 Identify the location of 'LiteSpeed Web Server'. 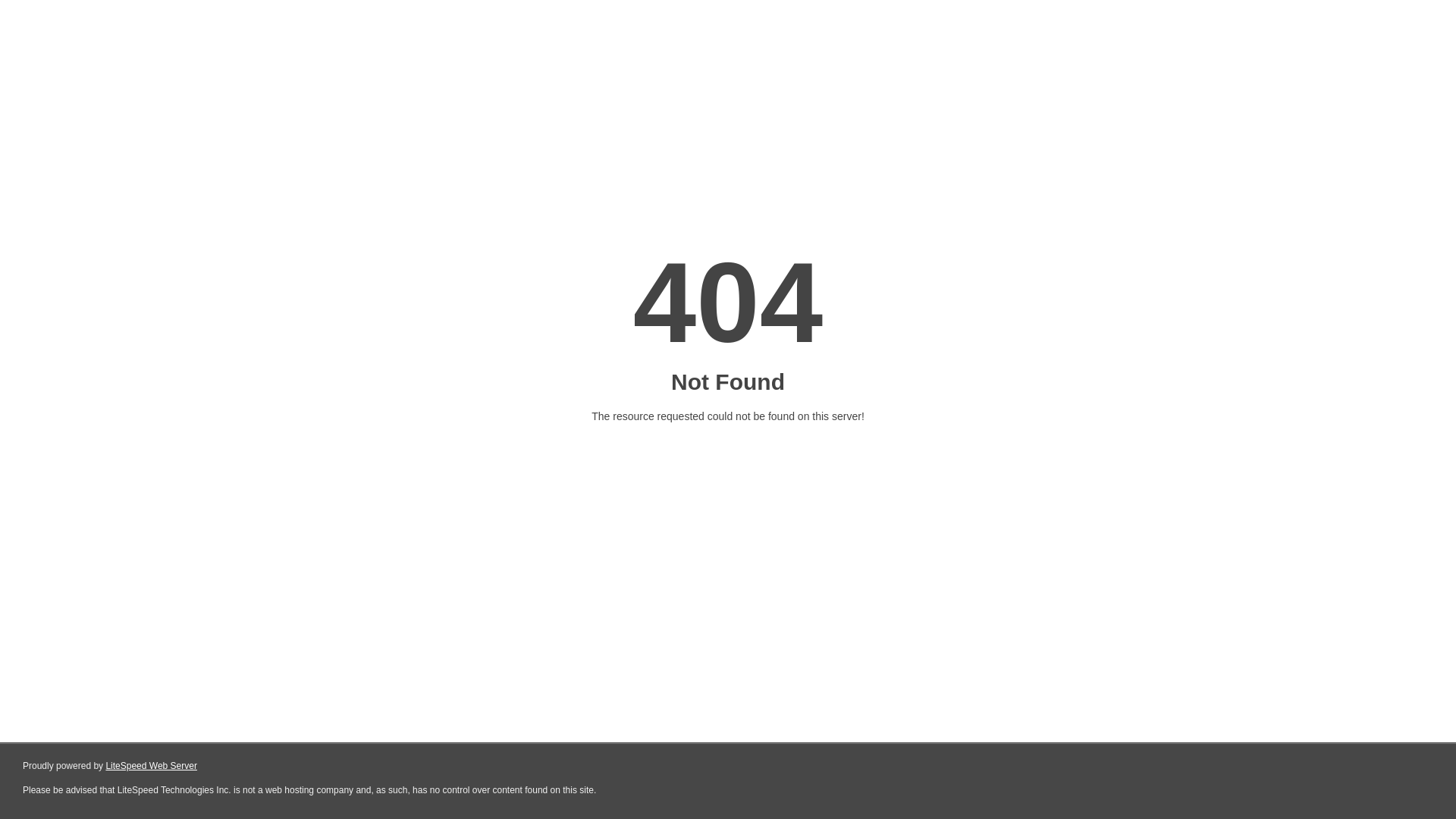
(151, 766).